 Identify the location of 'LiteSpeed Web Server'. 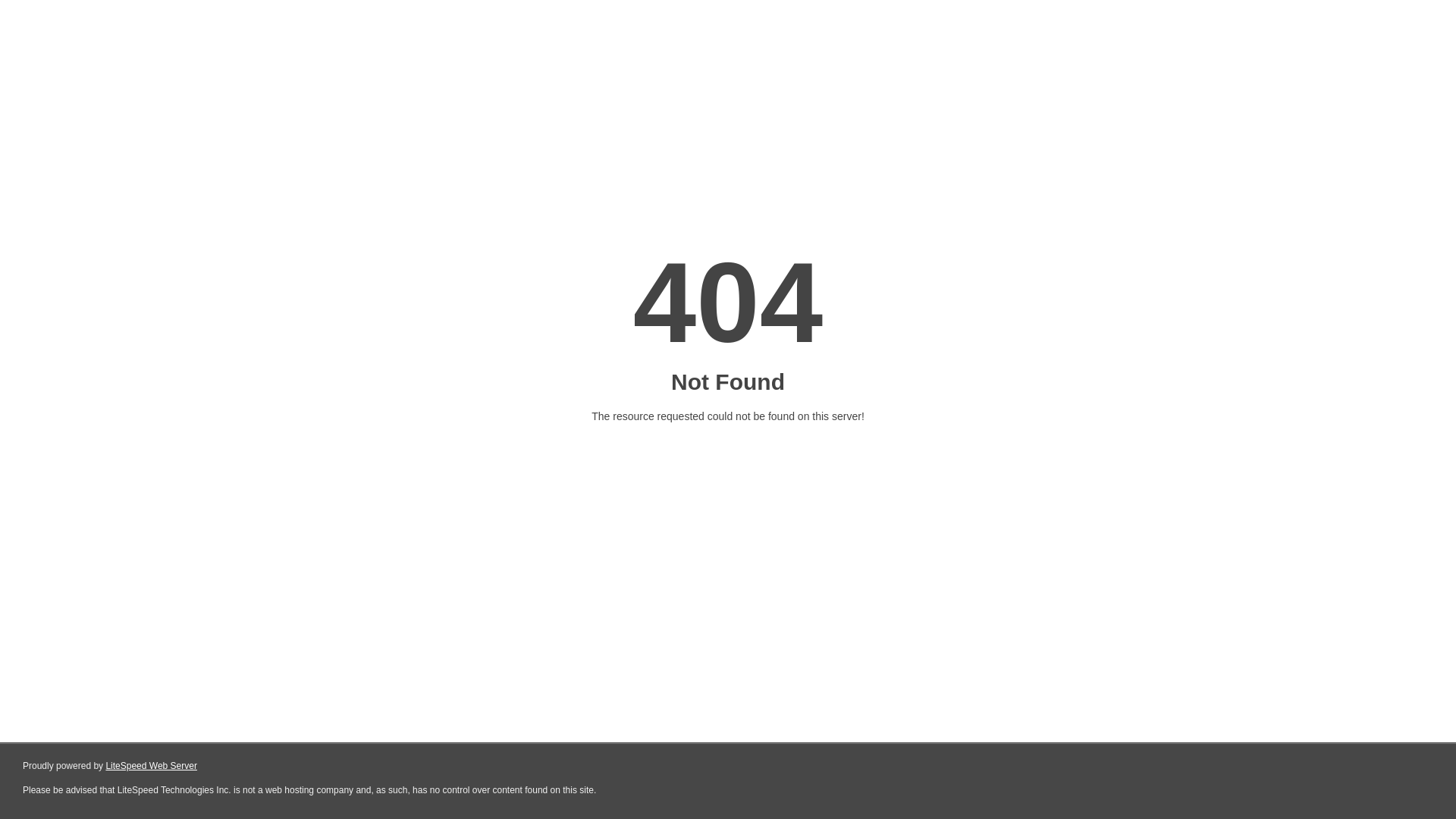
(151, 766).